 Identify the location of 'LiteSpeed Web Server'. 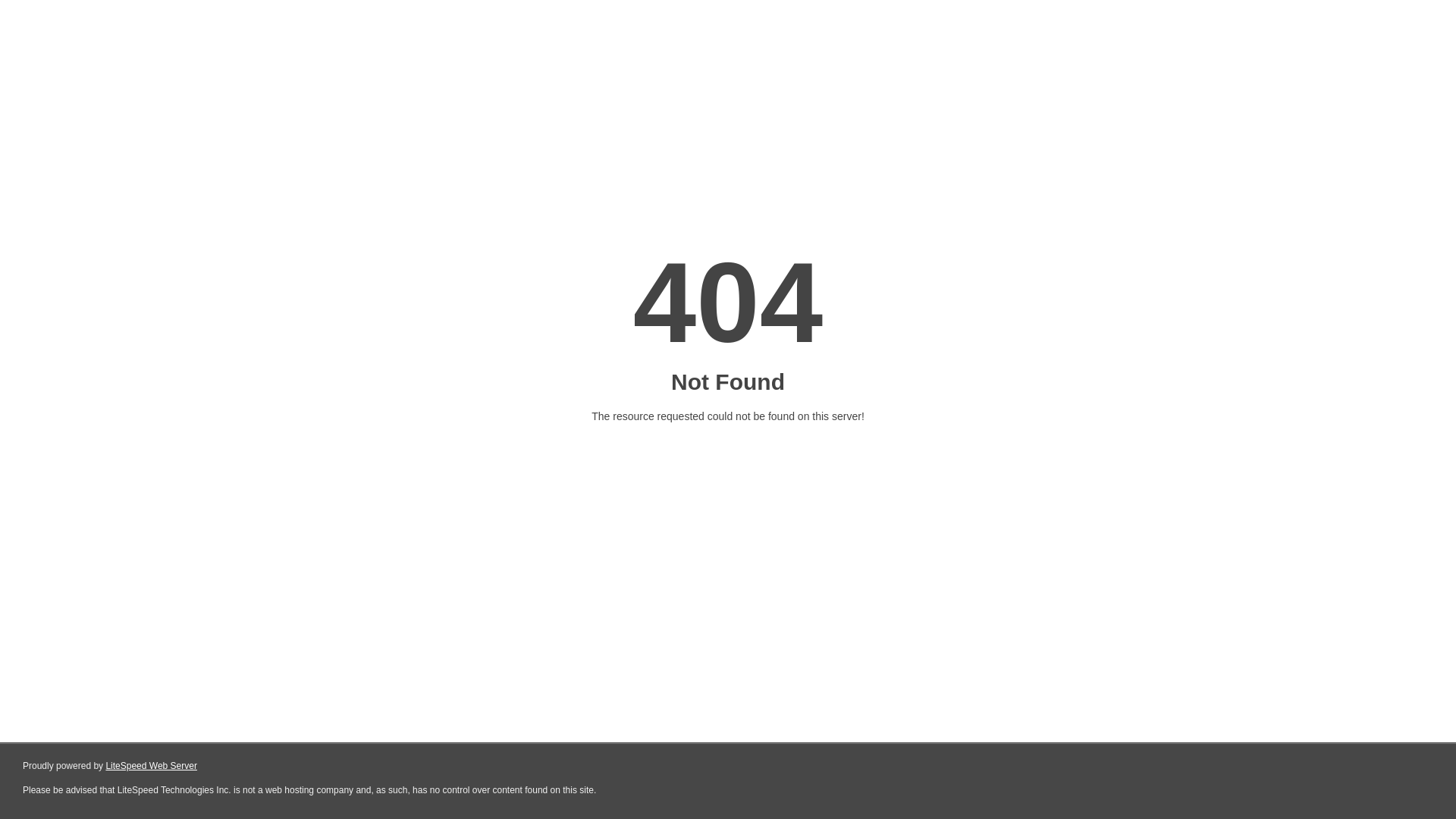
(151, 766).